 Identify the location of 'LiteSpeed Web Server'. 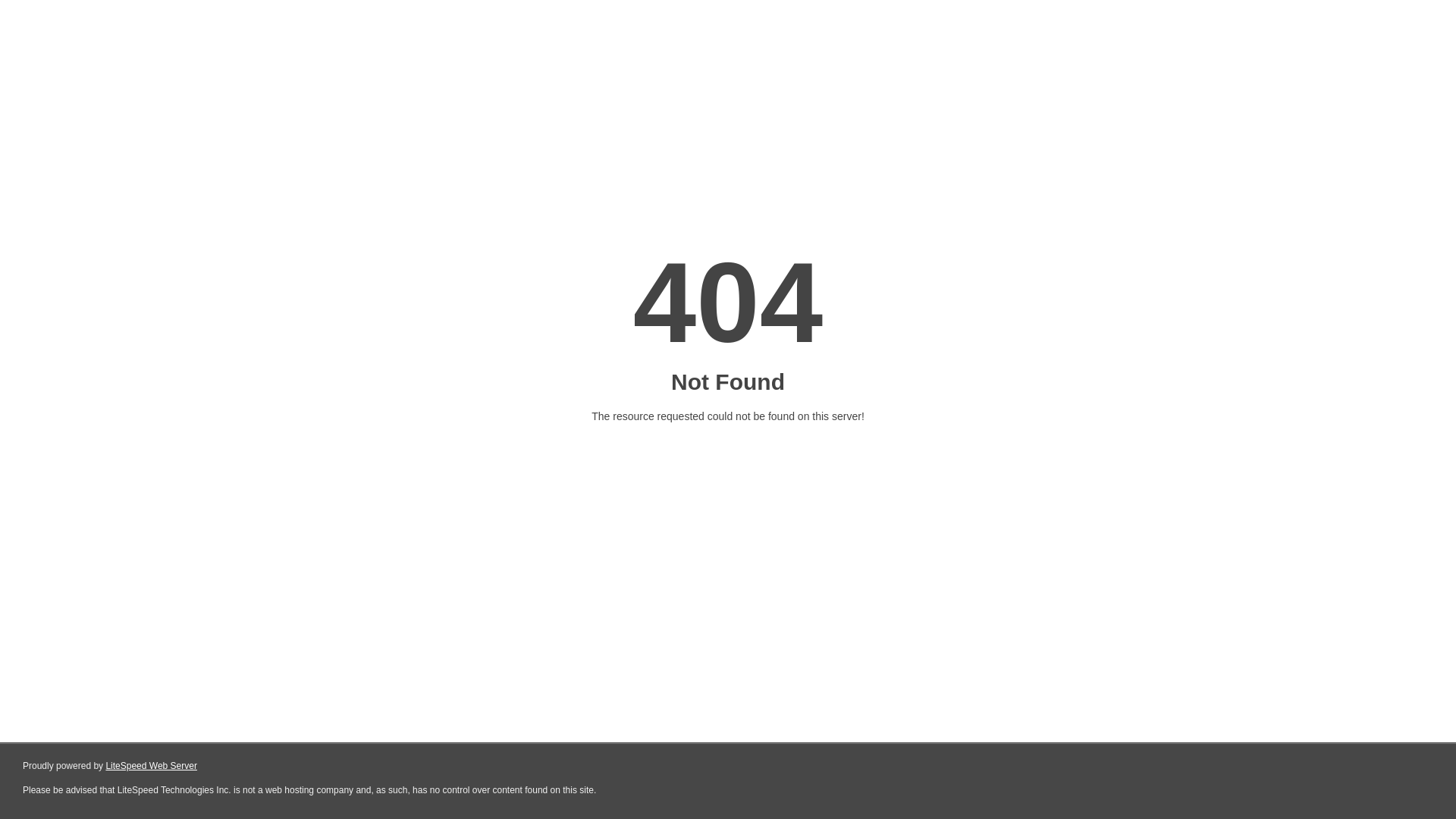
(151, 766).